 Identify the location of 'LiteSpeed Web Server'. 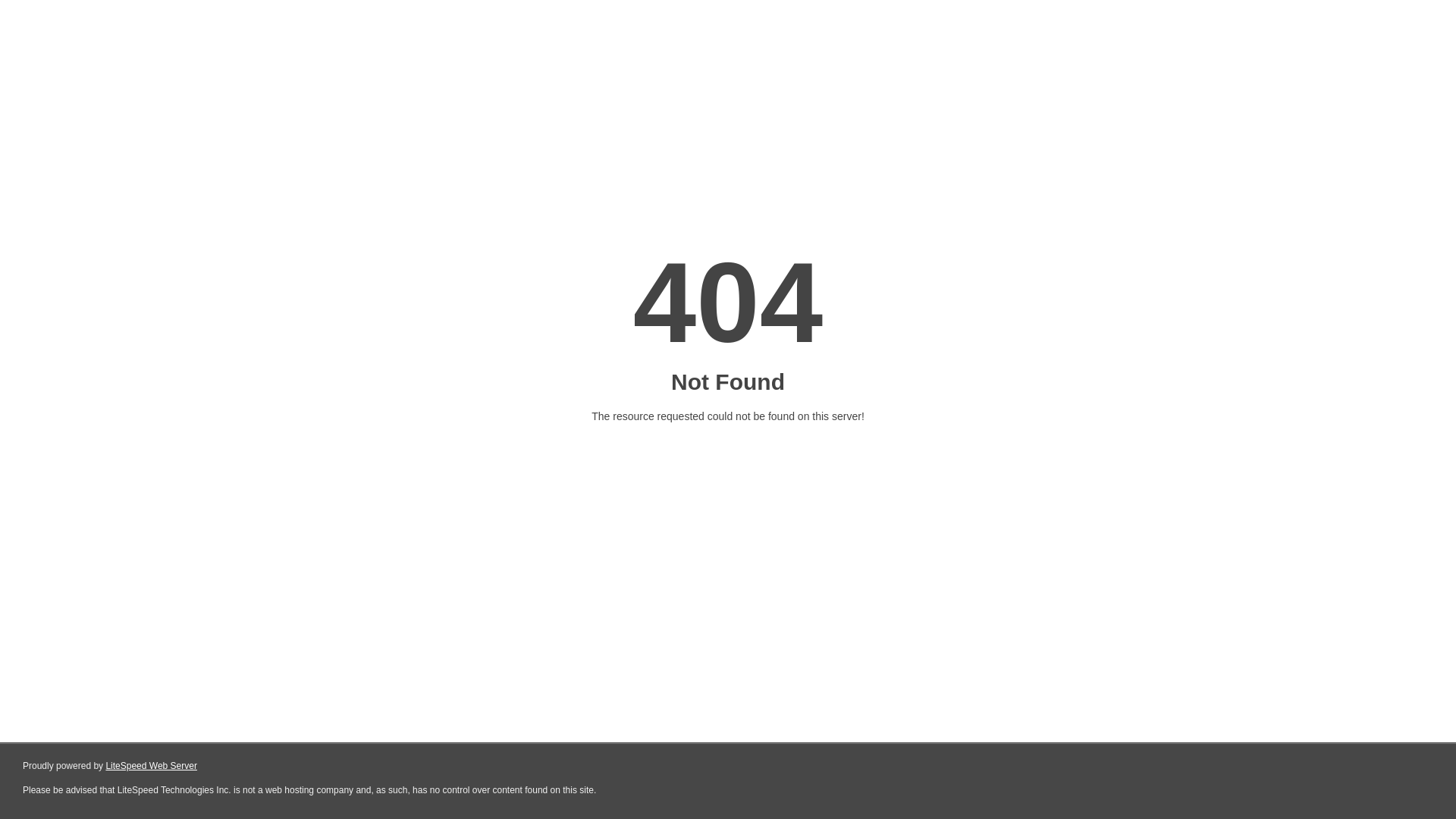
(151, 766).